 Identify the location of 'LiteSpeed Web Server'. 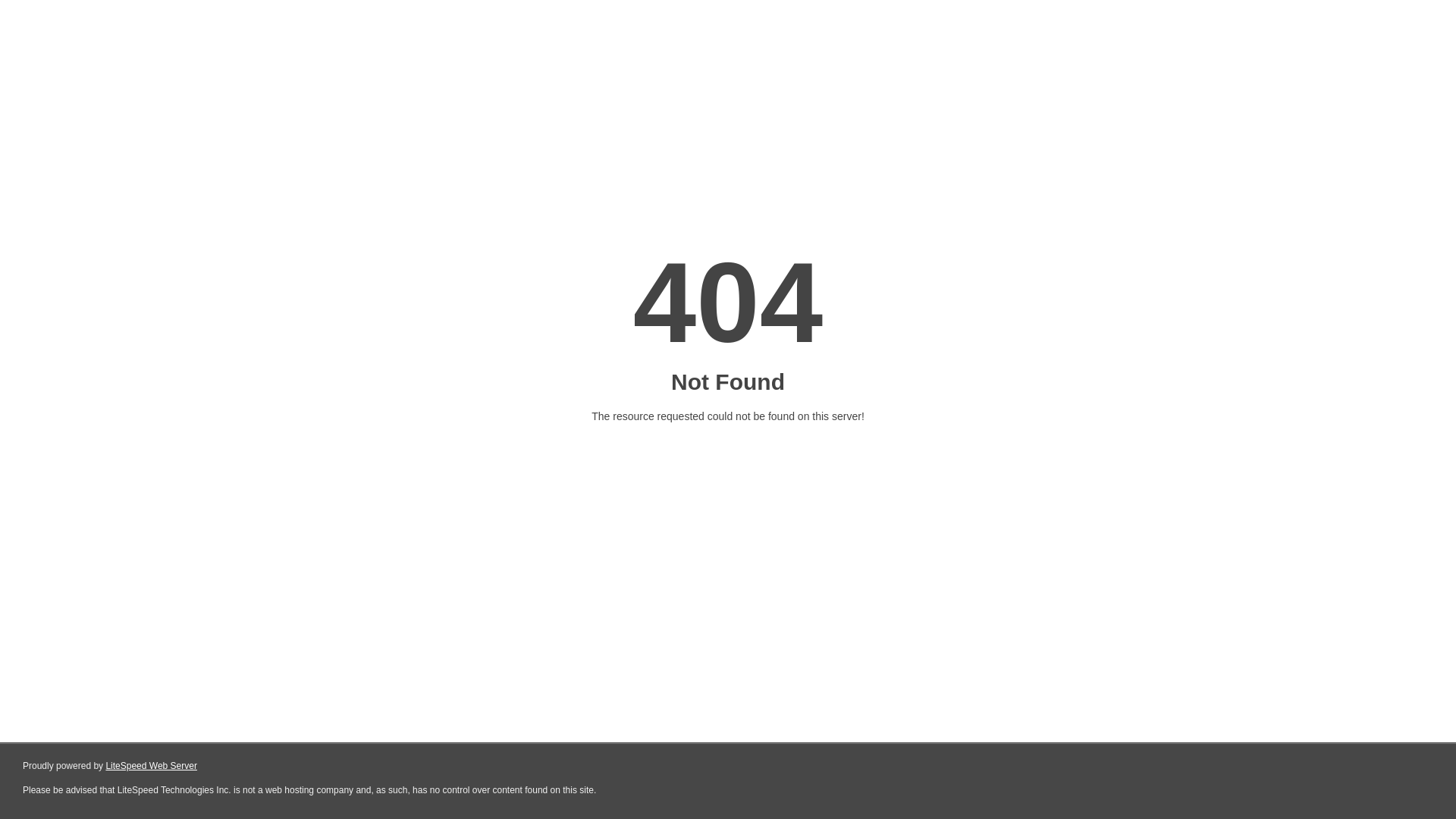
(151, 766).